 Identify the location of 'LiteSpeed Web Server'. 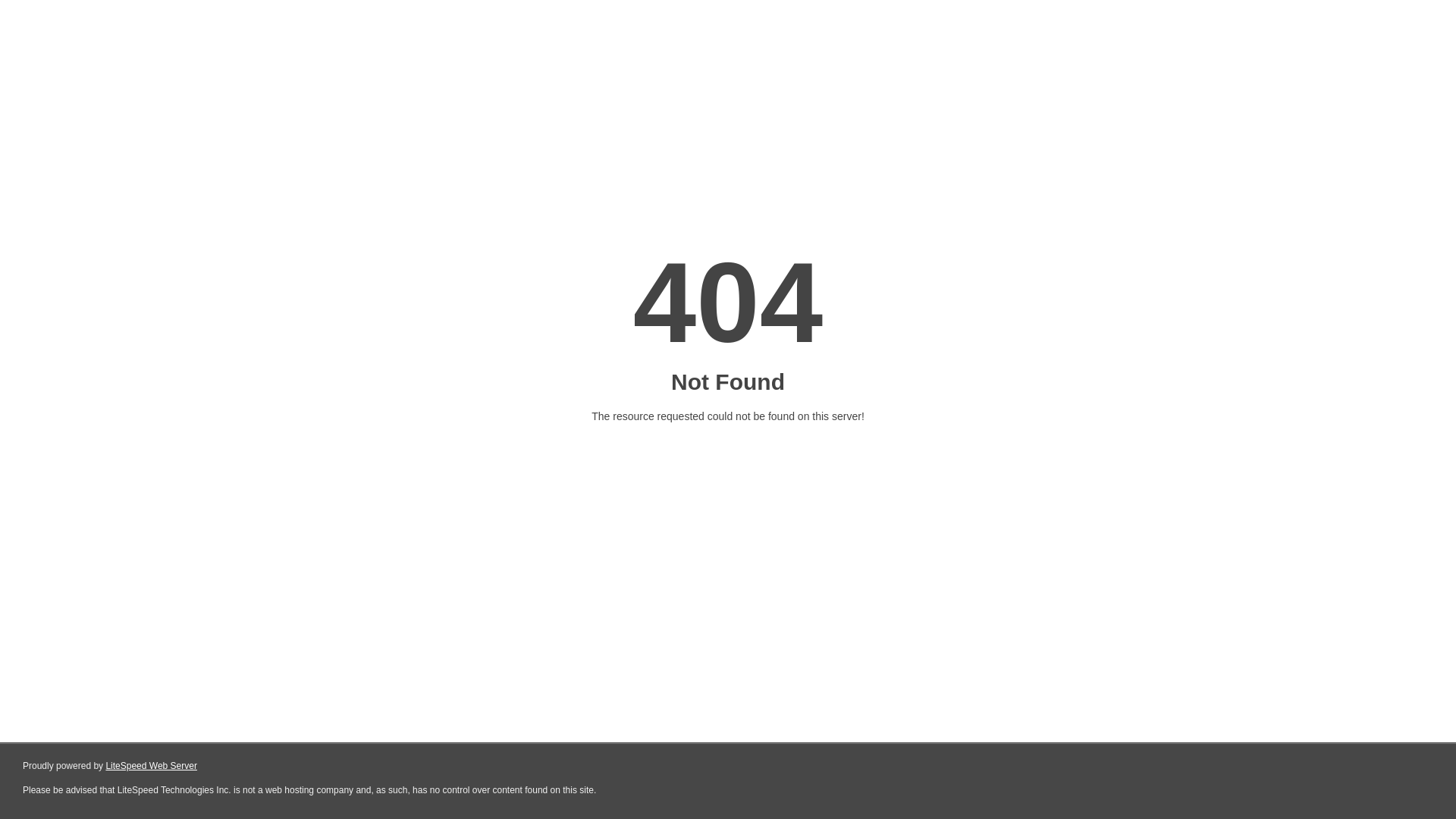
(151, 766).